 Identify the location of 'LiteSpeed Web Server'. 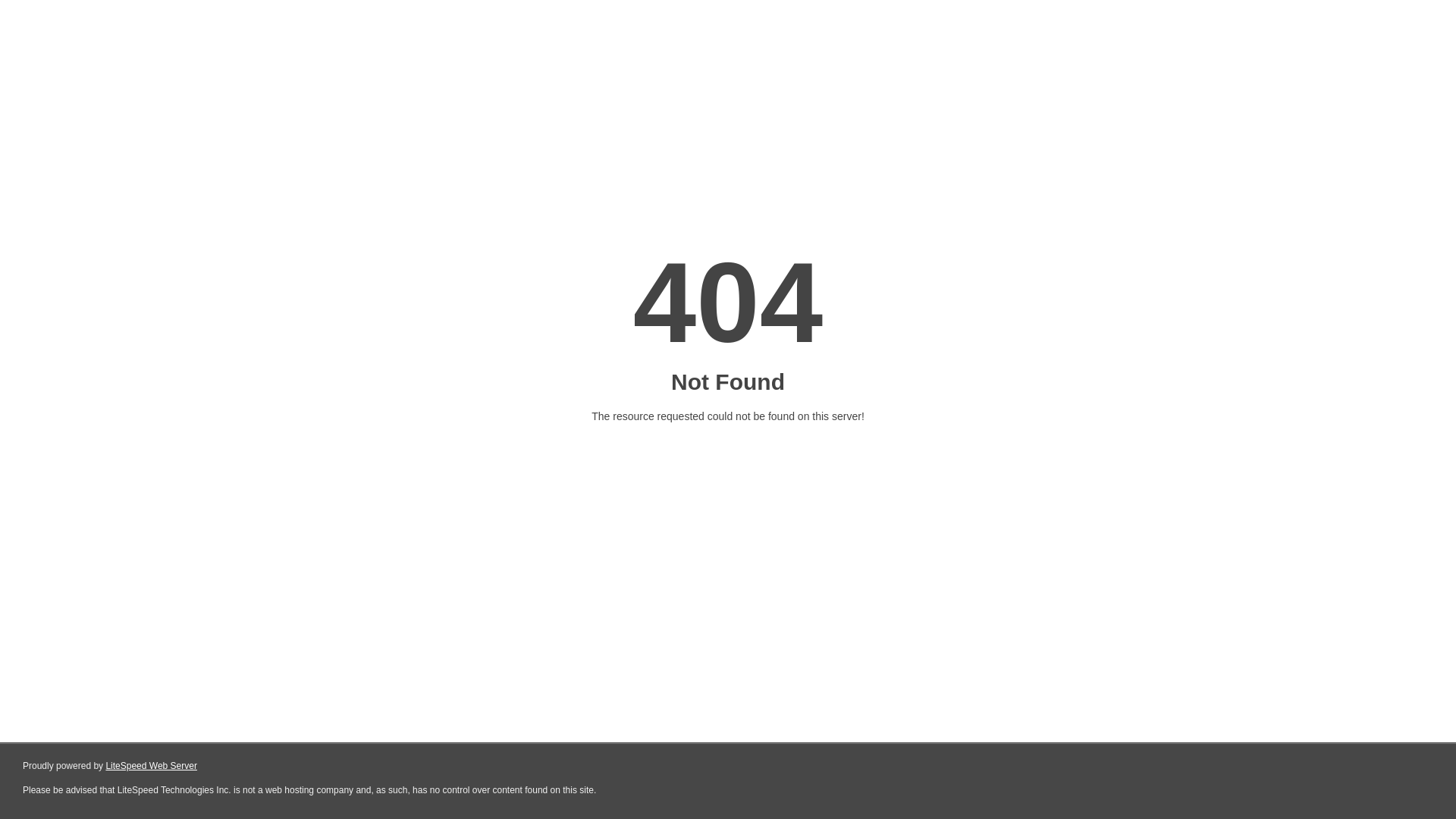
(151, 766).